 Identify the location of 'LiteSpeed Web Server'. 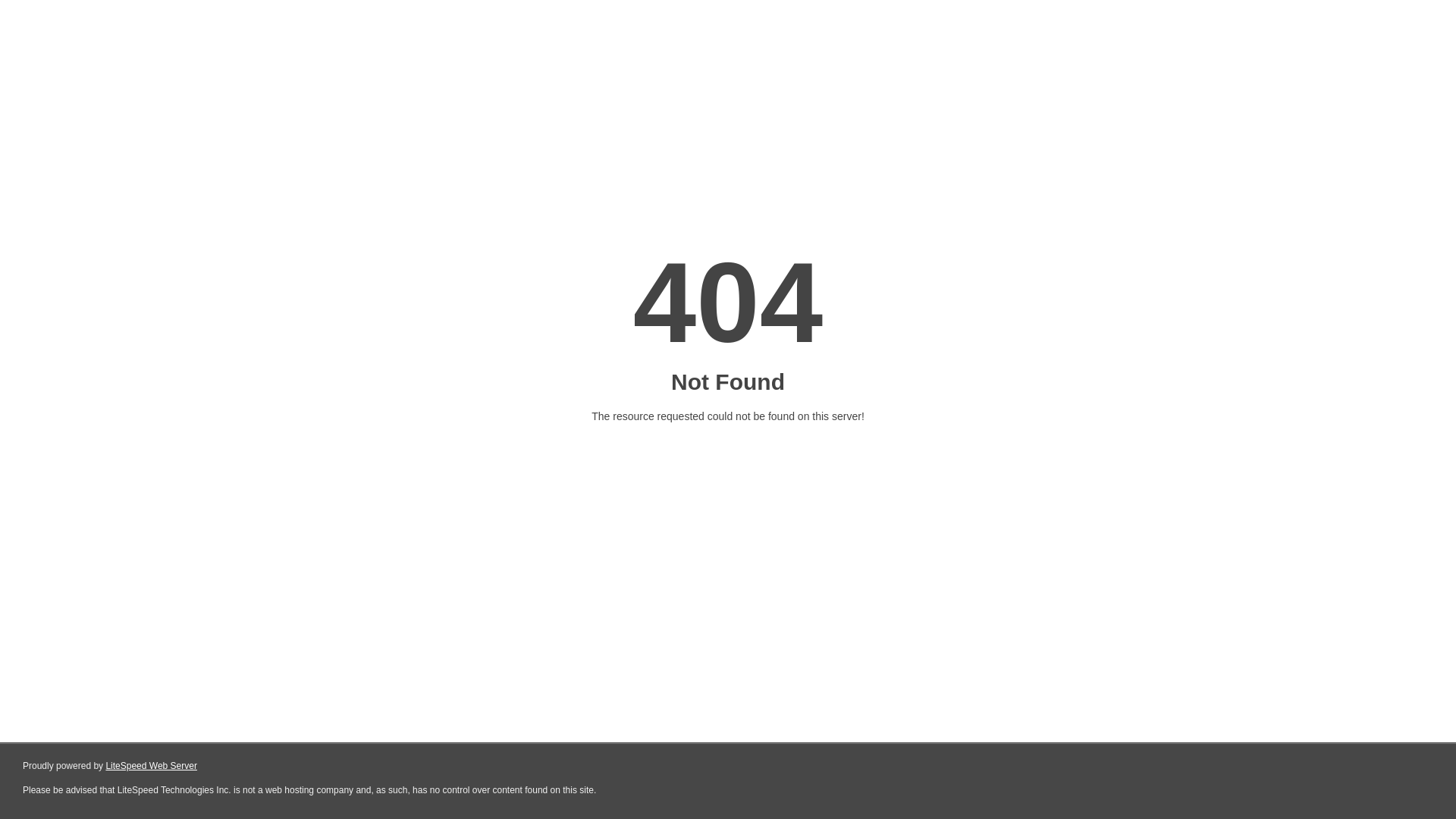
(151, 766).